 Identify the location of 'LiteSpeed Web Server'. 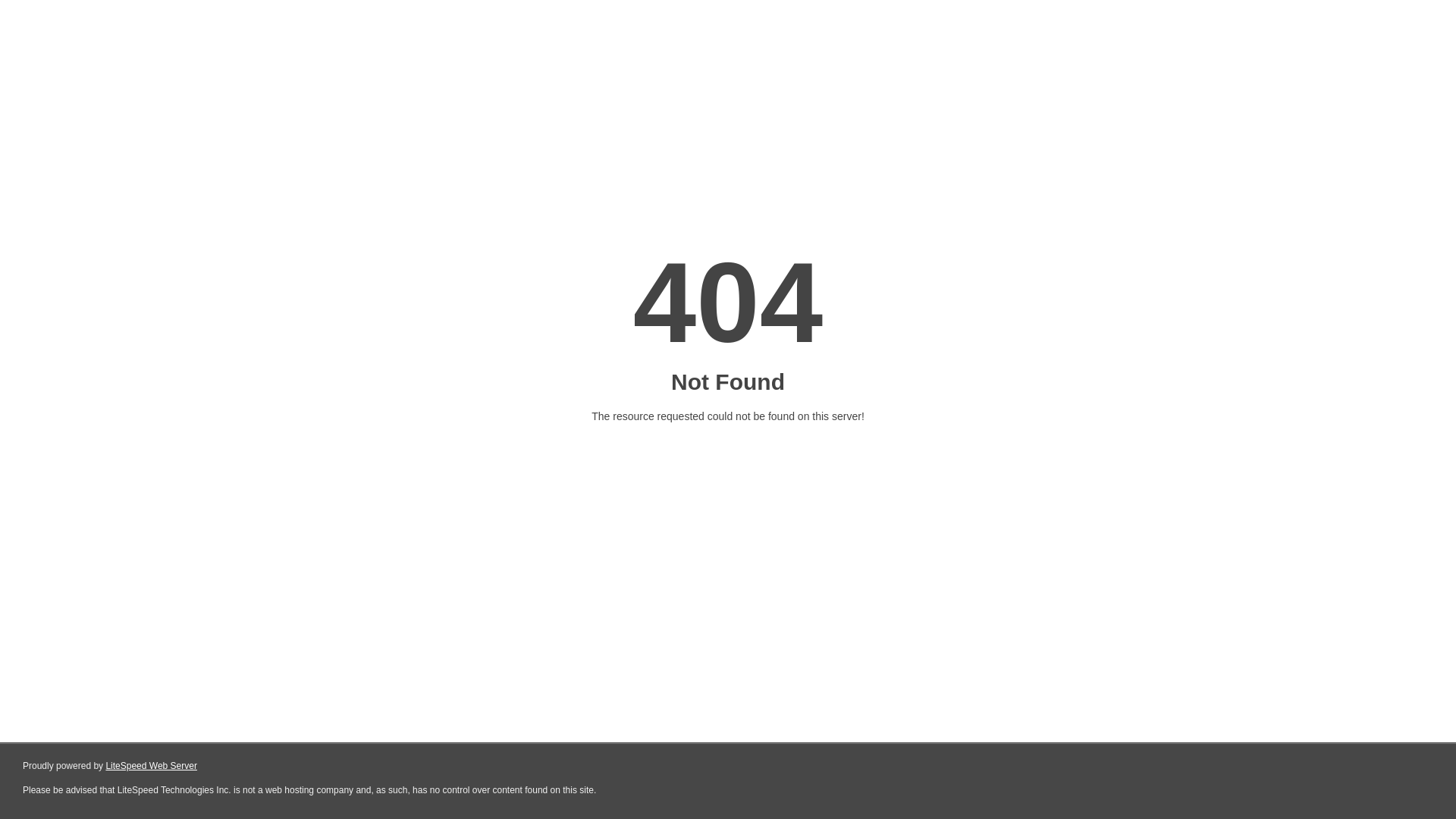
(151, 766).